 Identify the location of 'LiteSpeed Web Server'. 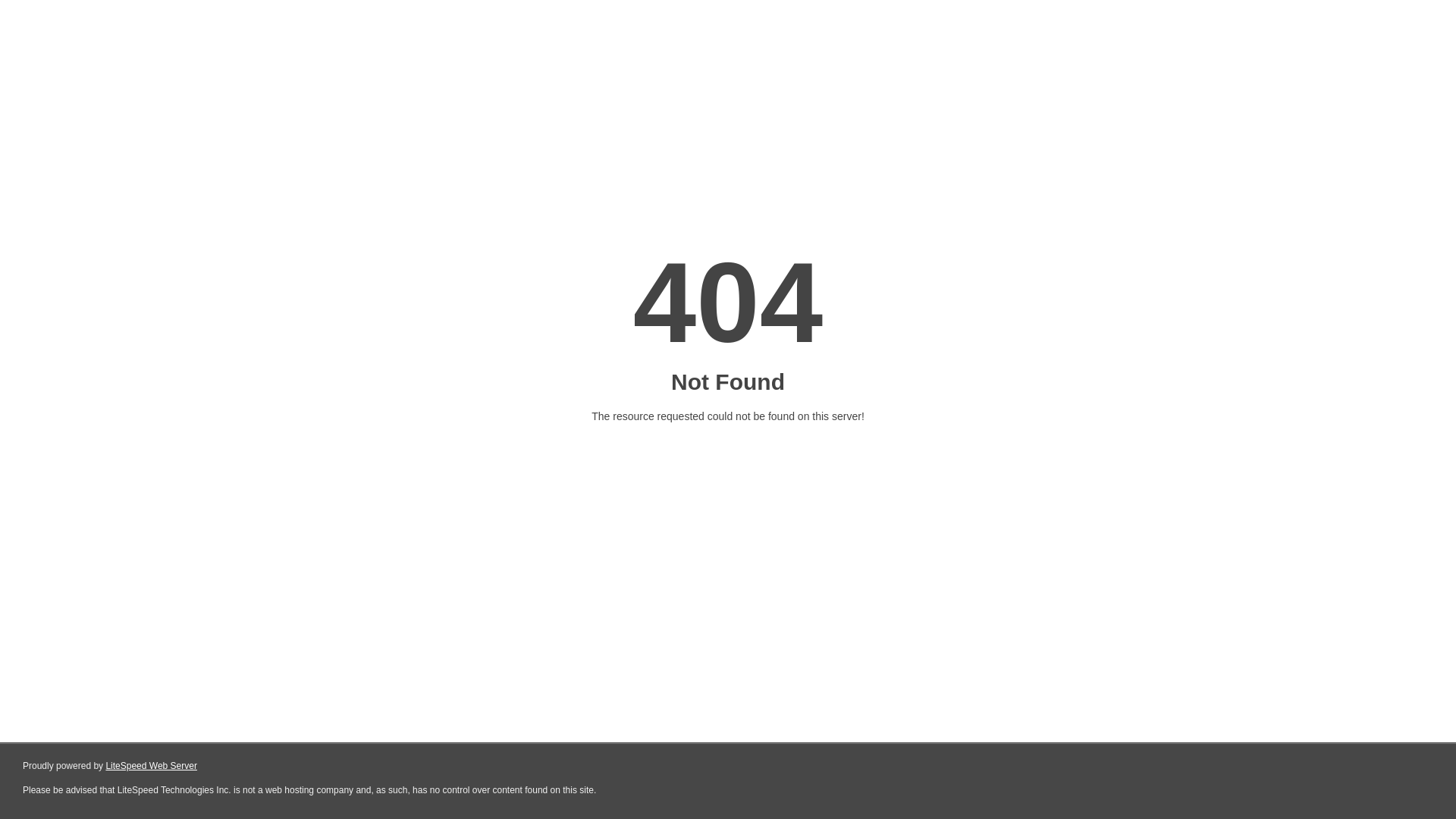
(151, 766).